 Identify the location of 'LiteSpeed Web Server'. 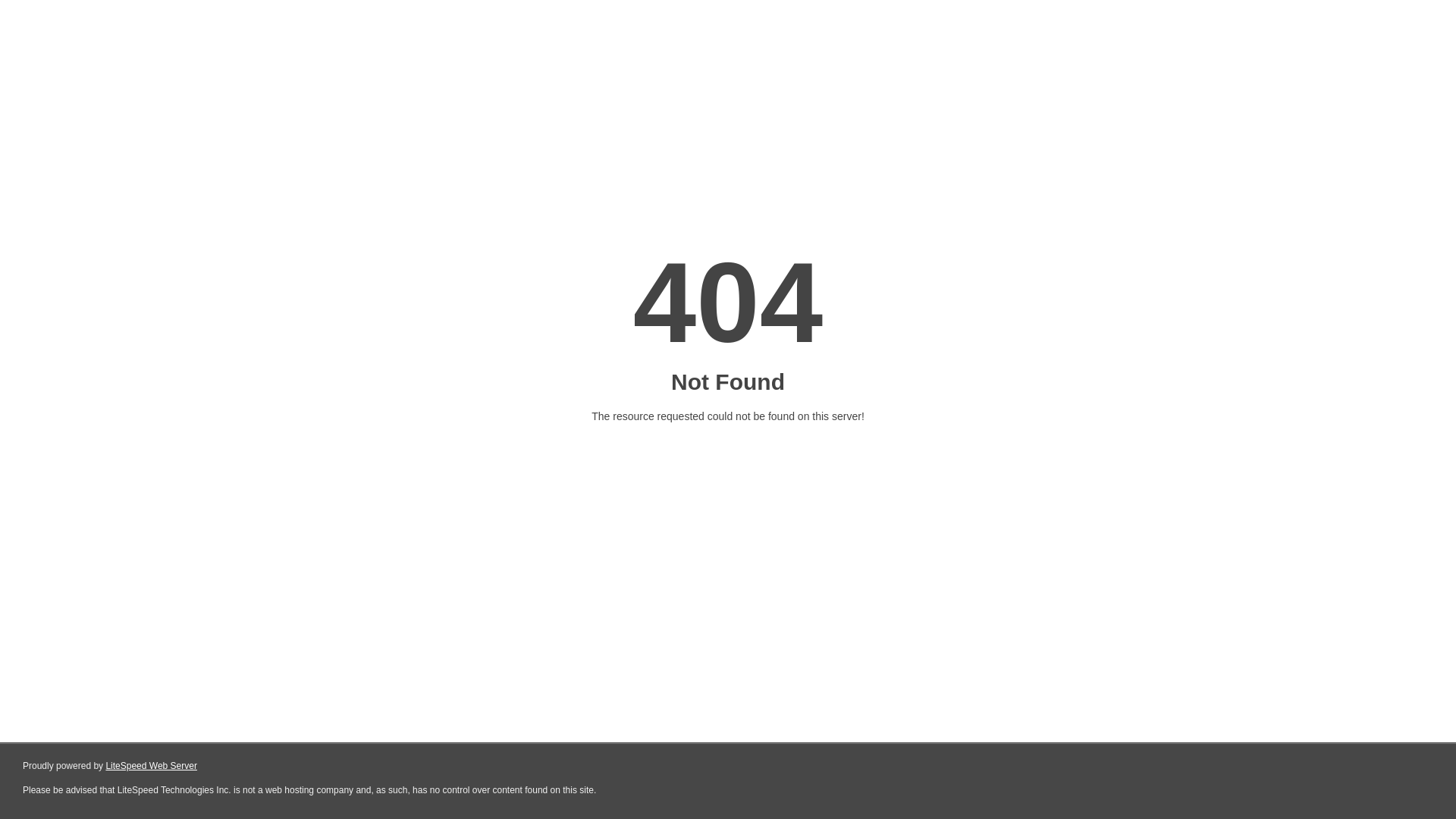
(151, 766).